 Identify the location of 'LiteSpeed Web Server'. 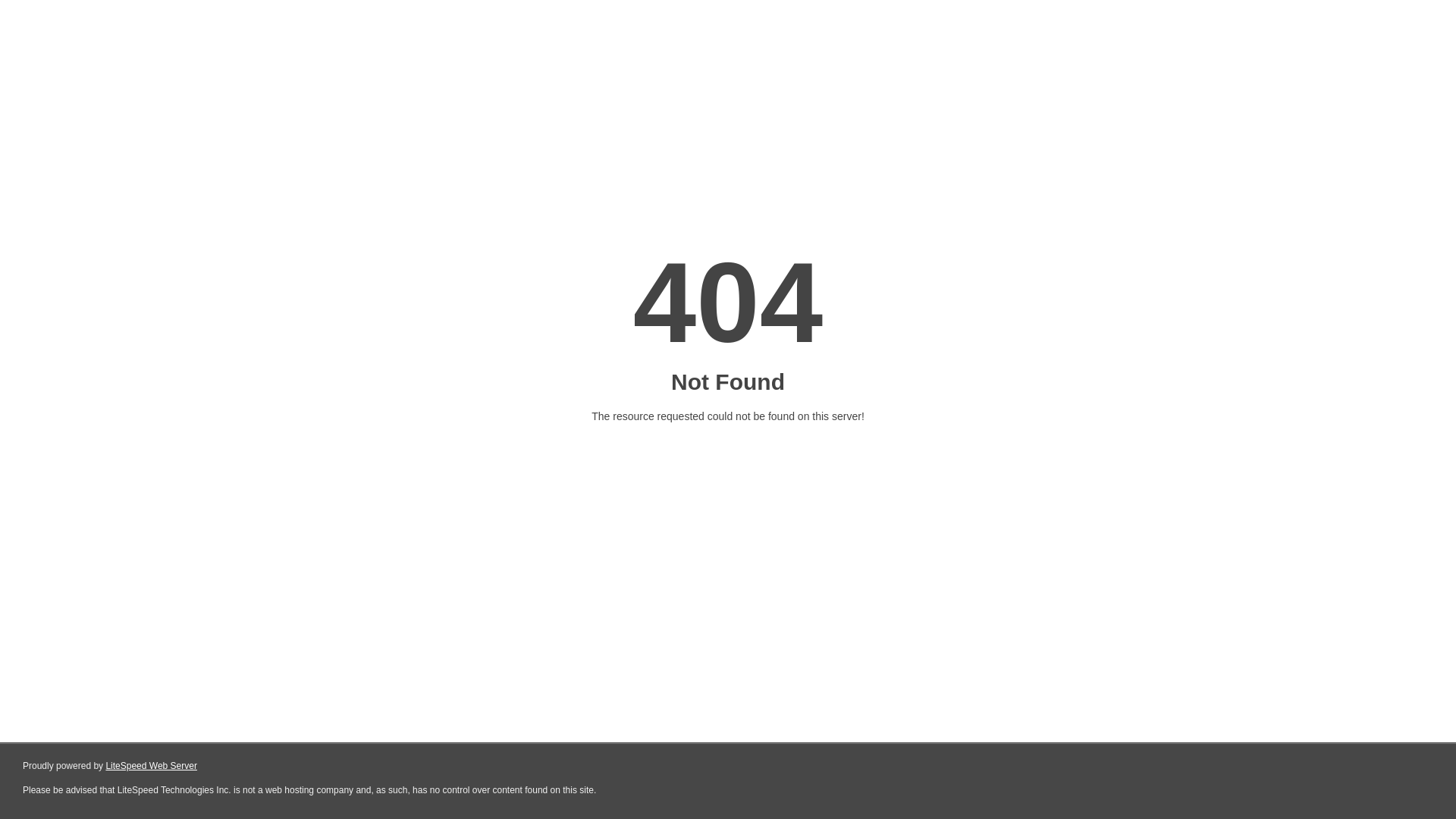
(151, 766).